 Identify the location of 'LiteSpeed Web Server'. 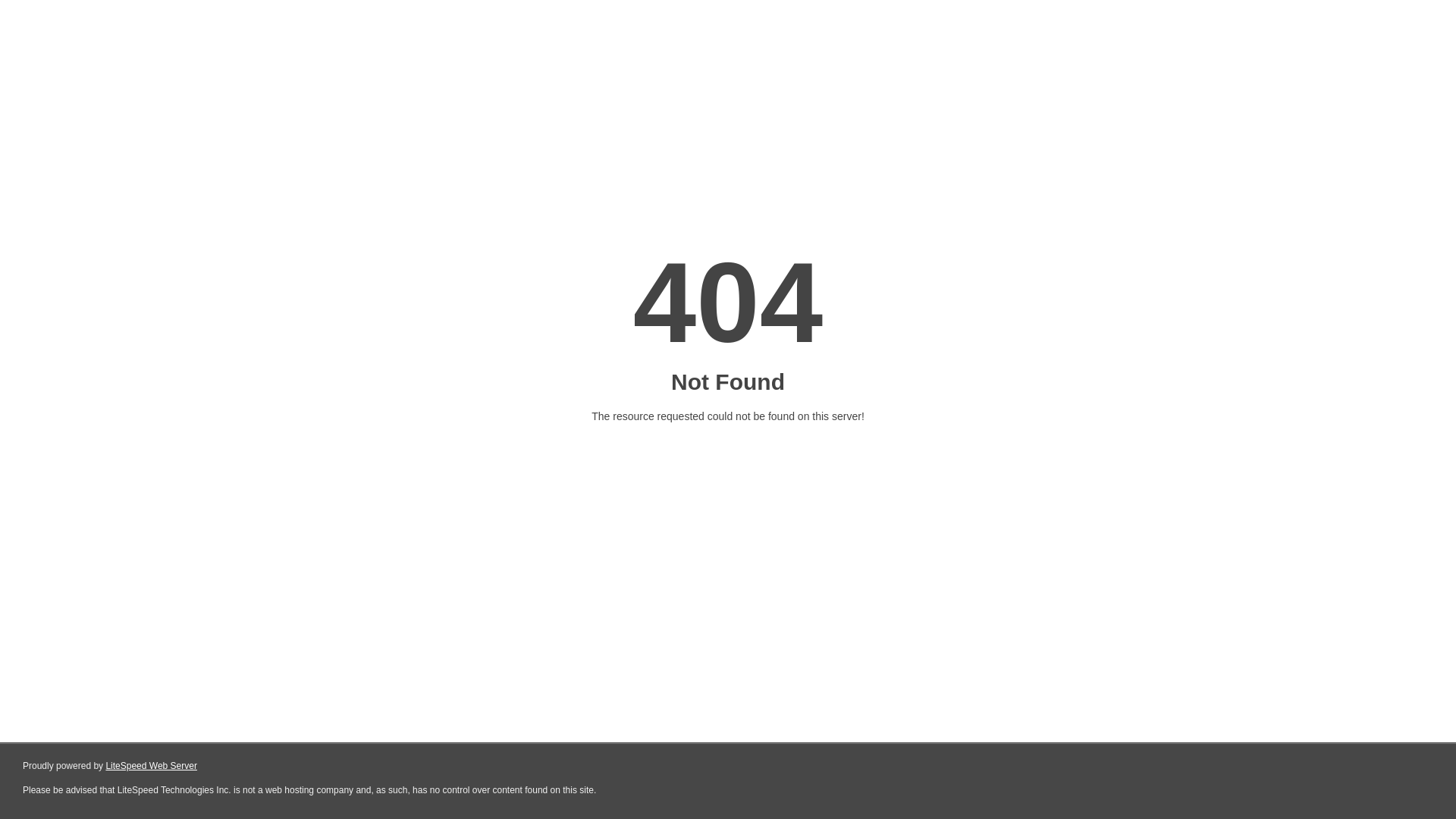
(151, 766).